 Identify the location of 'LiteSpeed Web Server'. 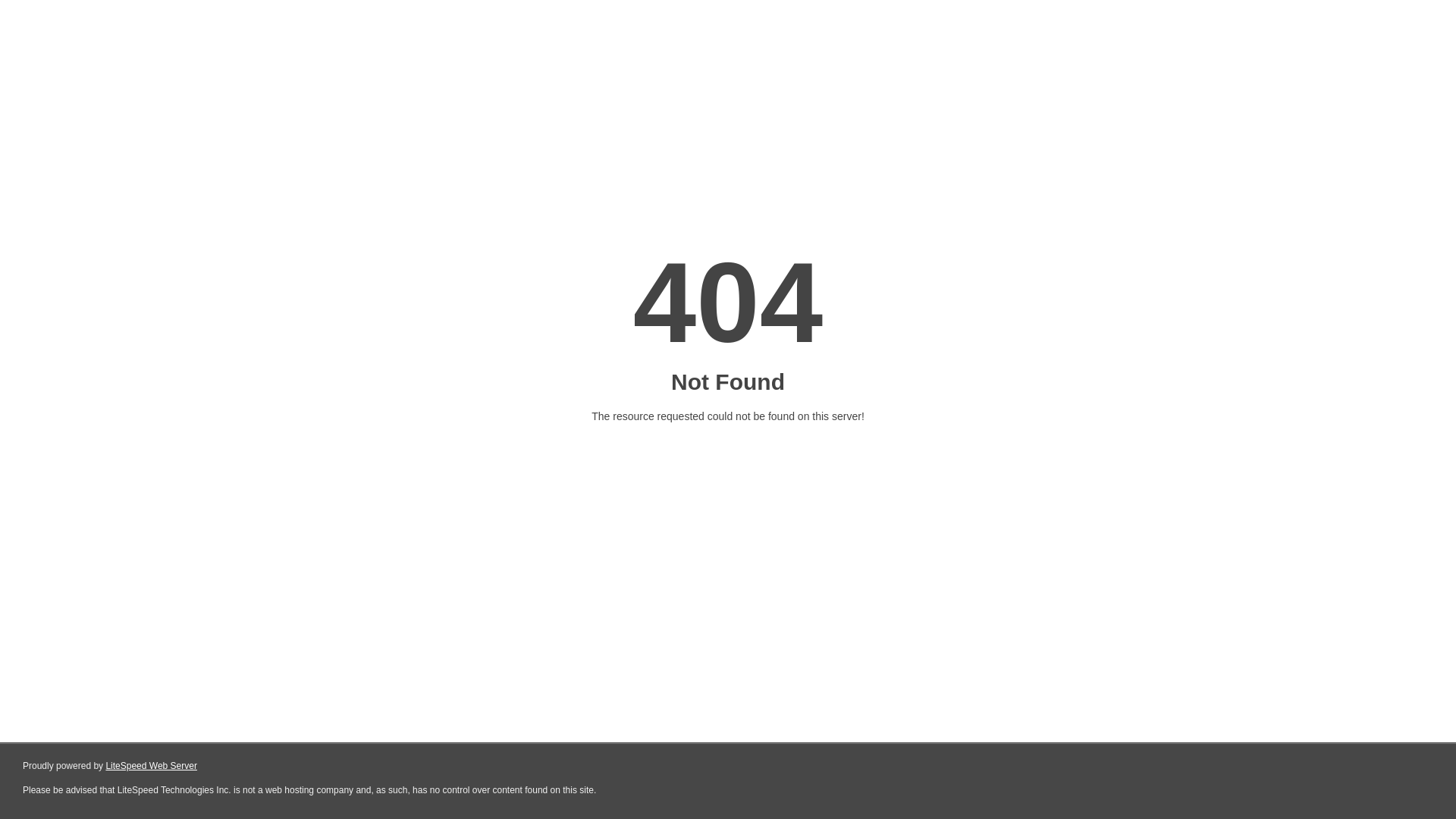
(151, 766).